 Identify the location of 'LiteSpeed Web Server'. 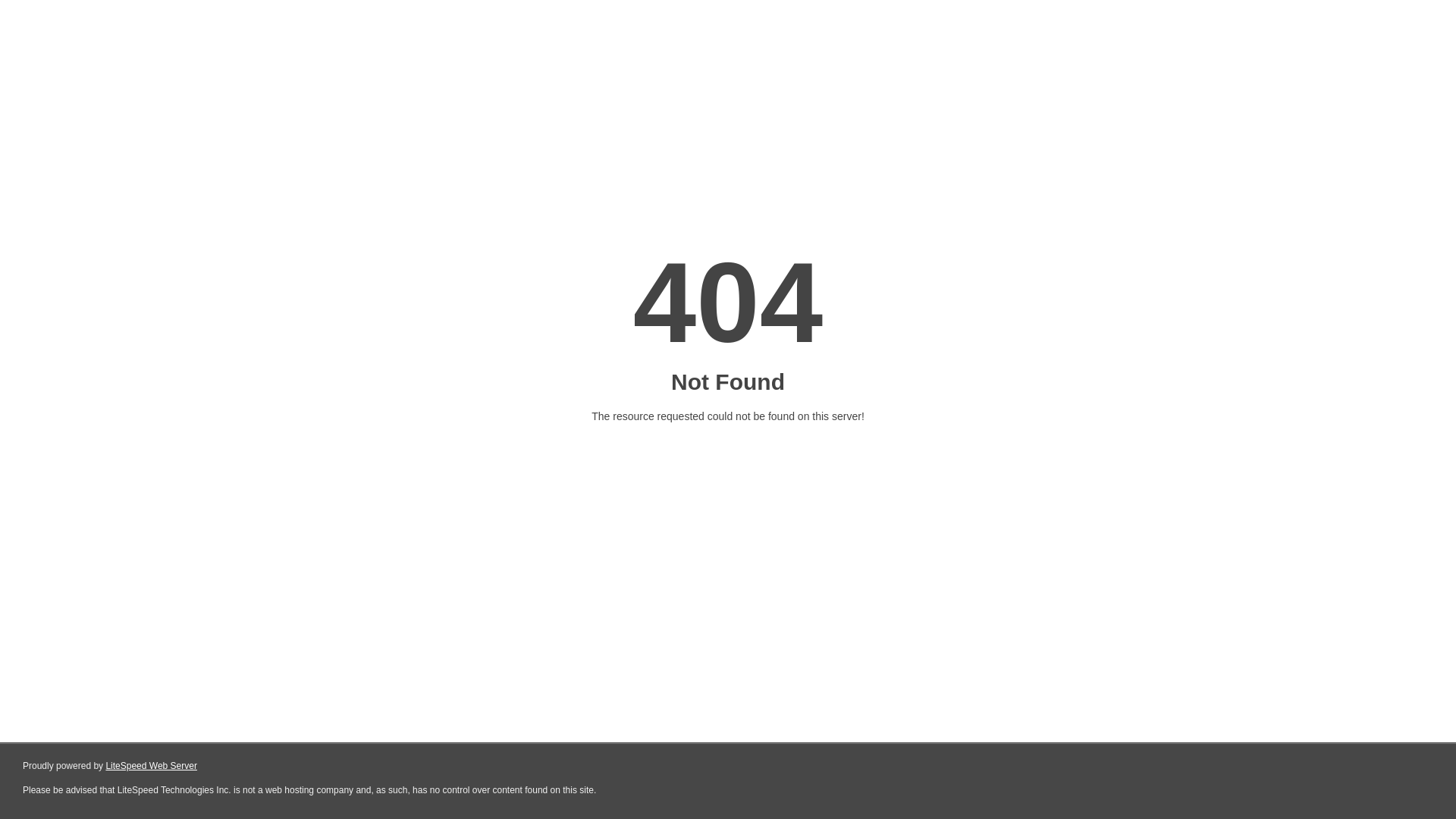
(151, 766).